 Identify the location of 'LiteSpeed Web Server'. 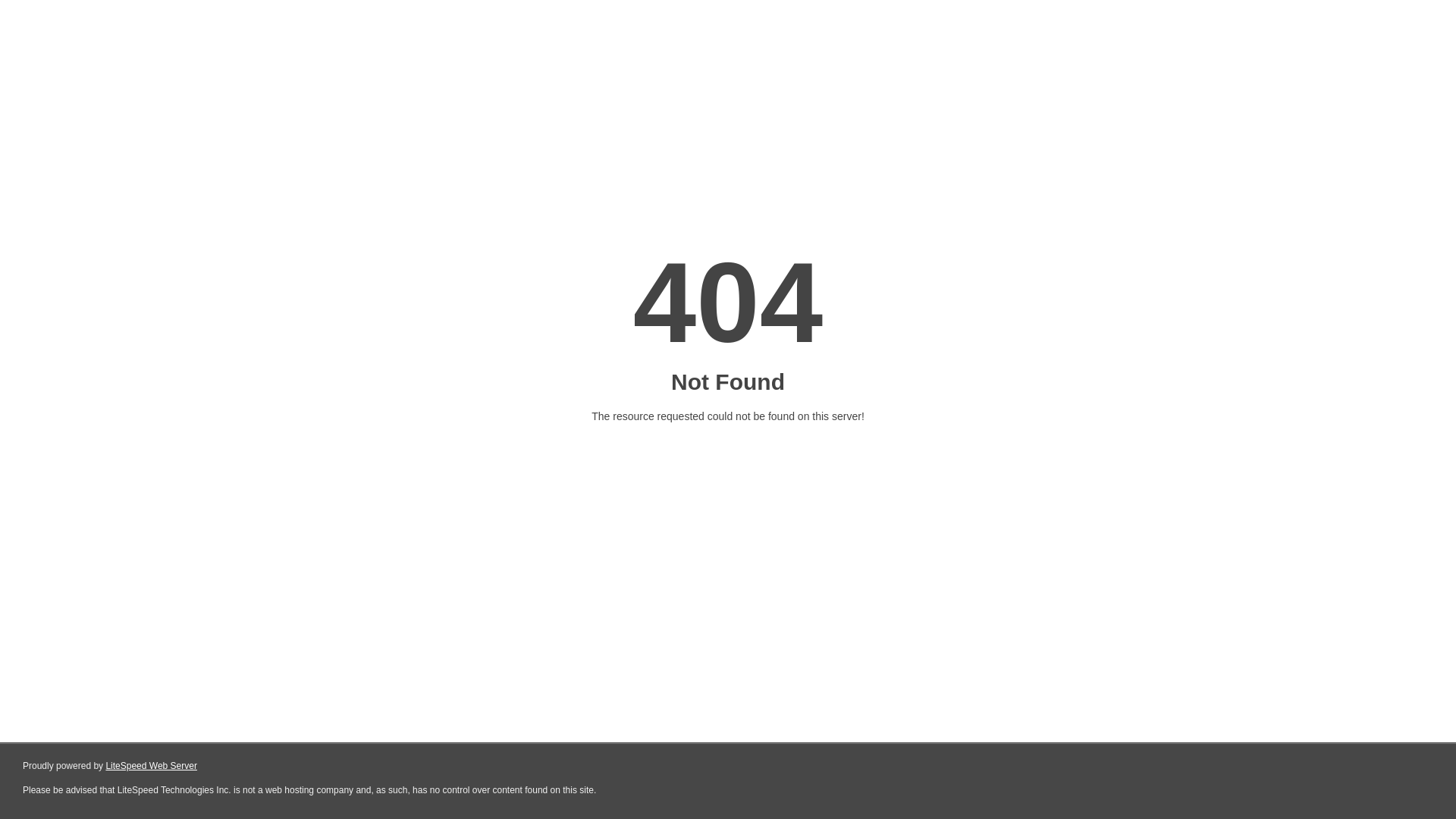
(151, 766).